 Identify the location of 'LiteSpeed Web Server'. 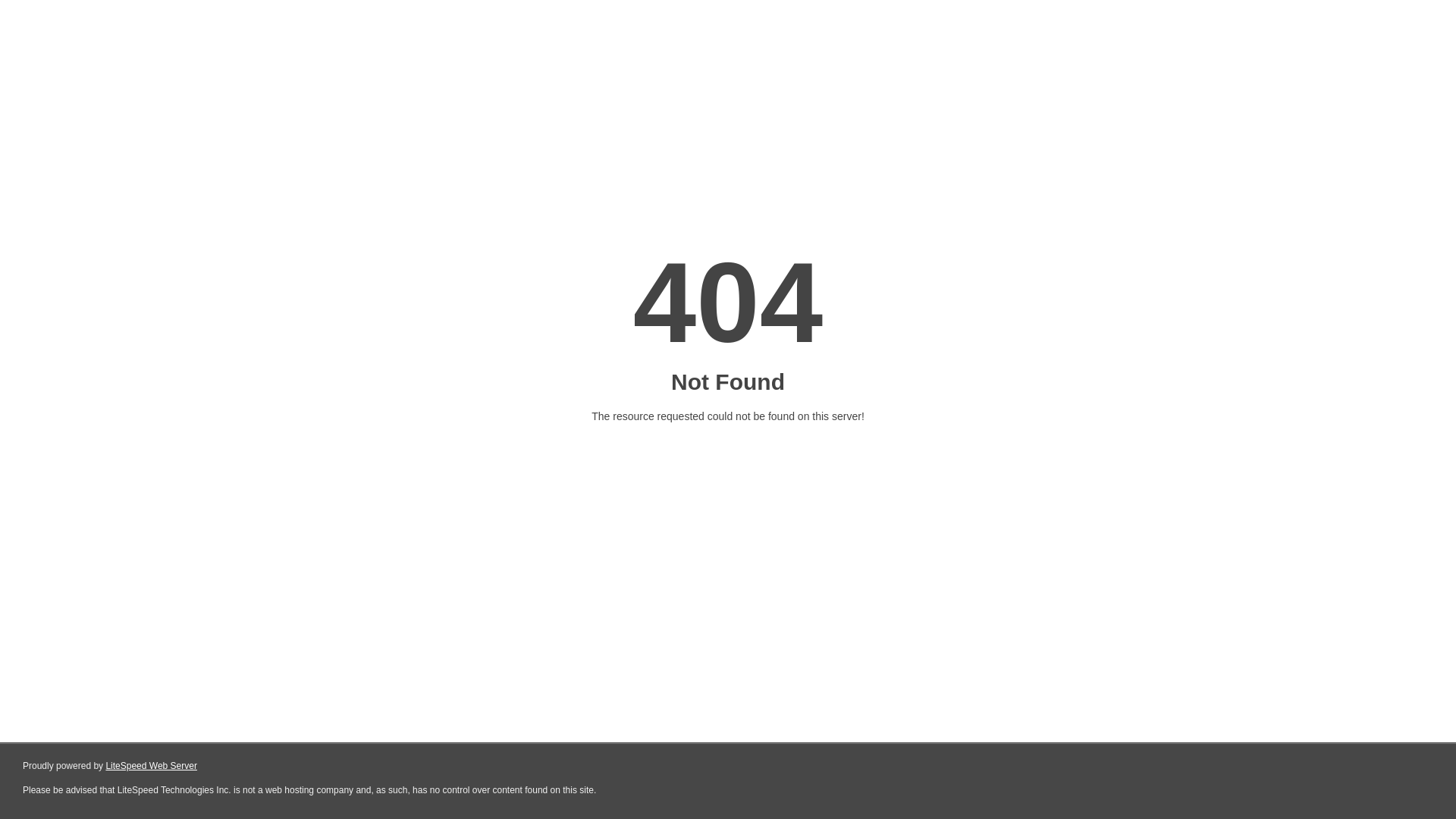
(151, 766).